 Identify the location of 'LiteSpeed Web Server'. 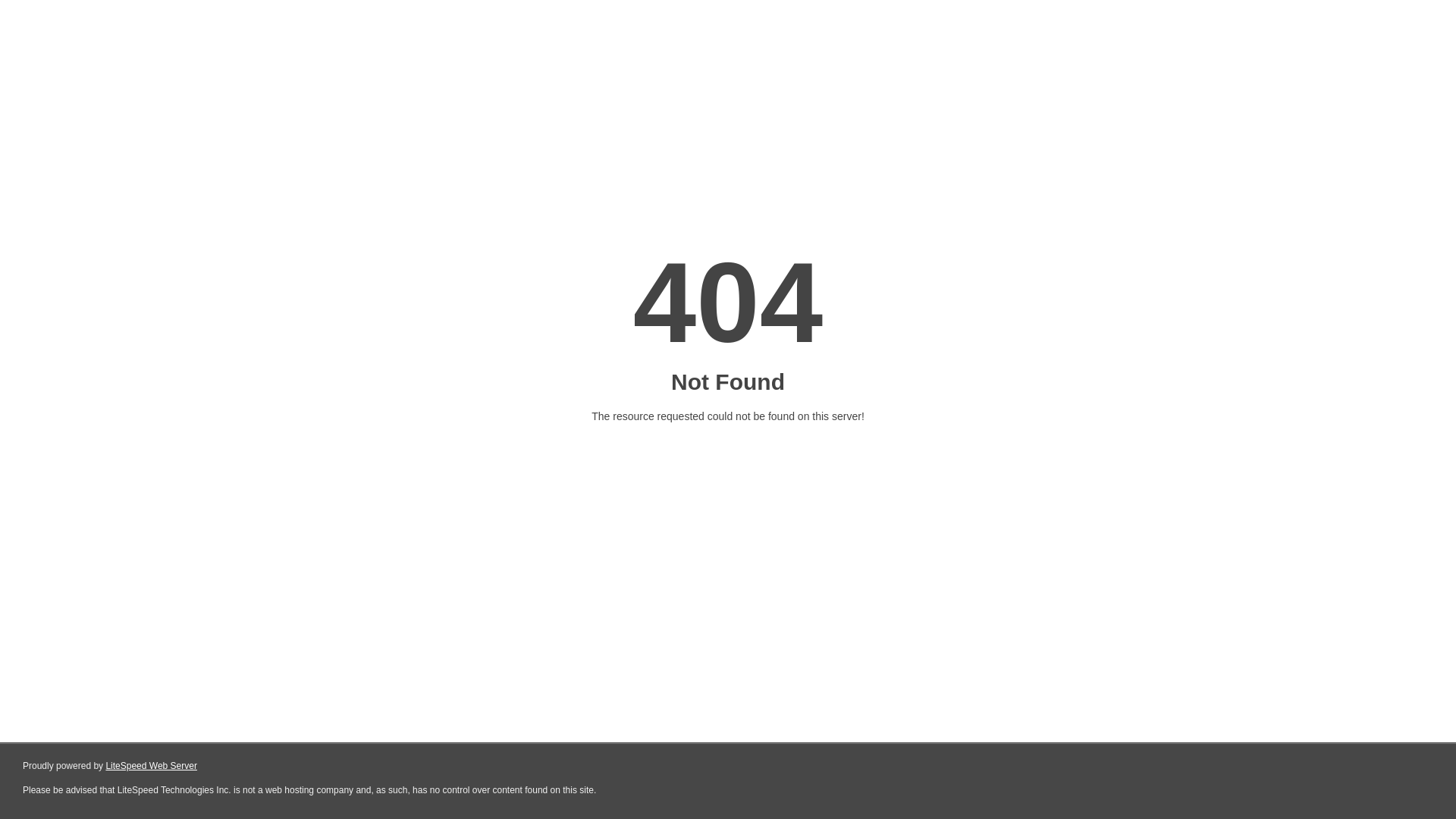
(151, 766).